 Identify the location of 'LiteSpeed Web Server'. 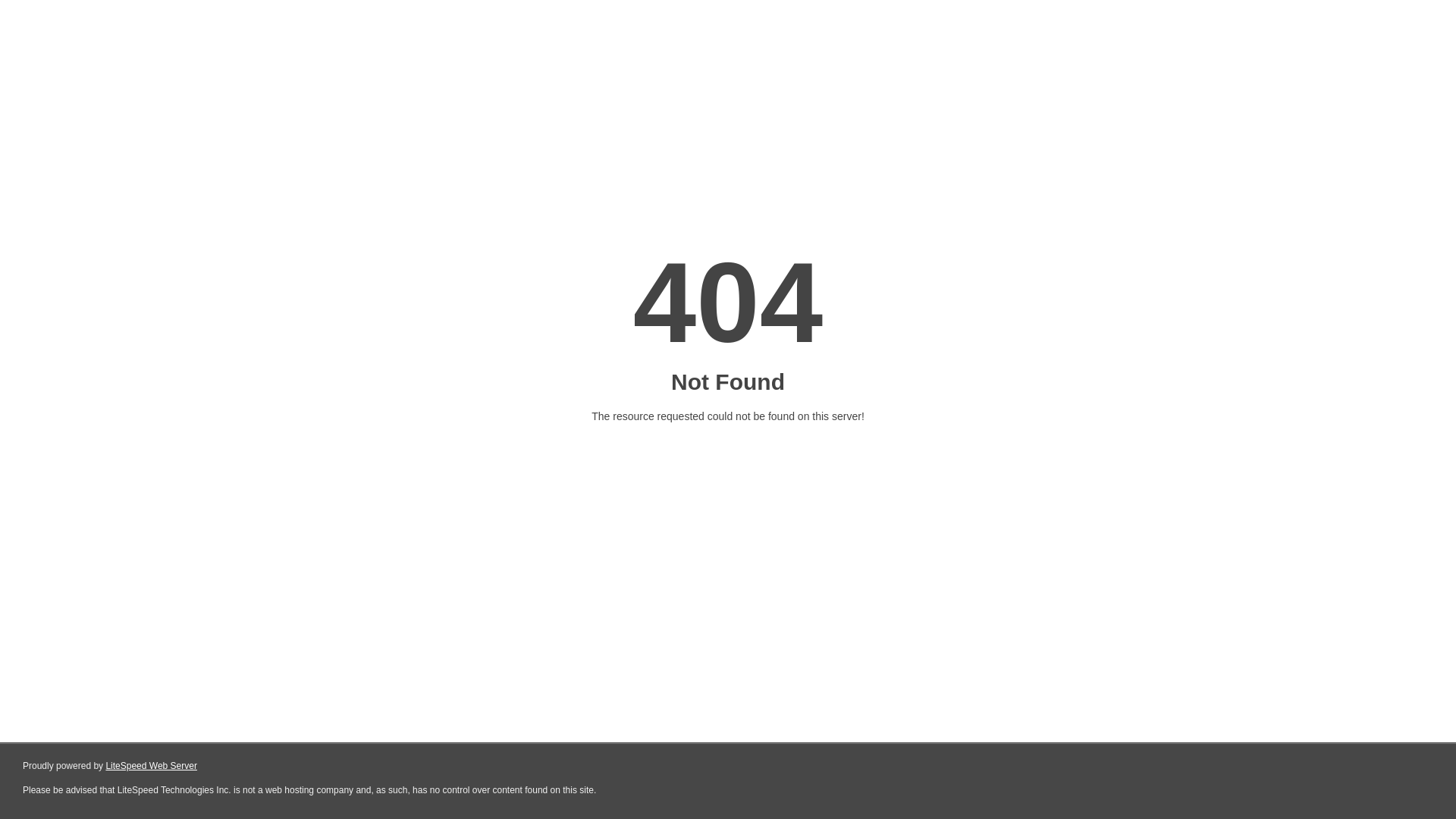
(151, 766).